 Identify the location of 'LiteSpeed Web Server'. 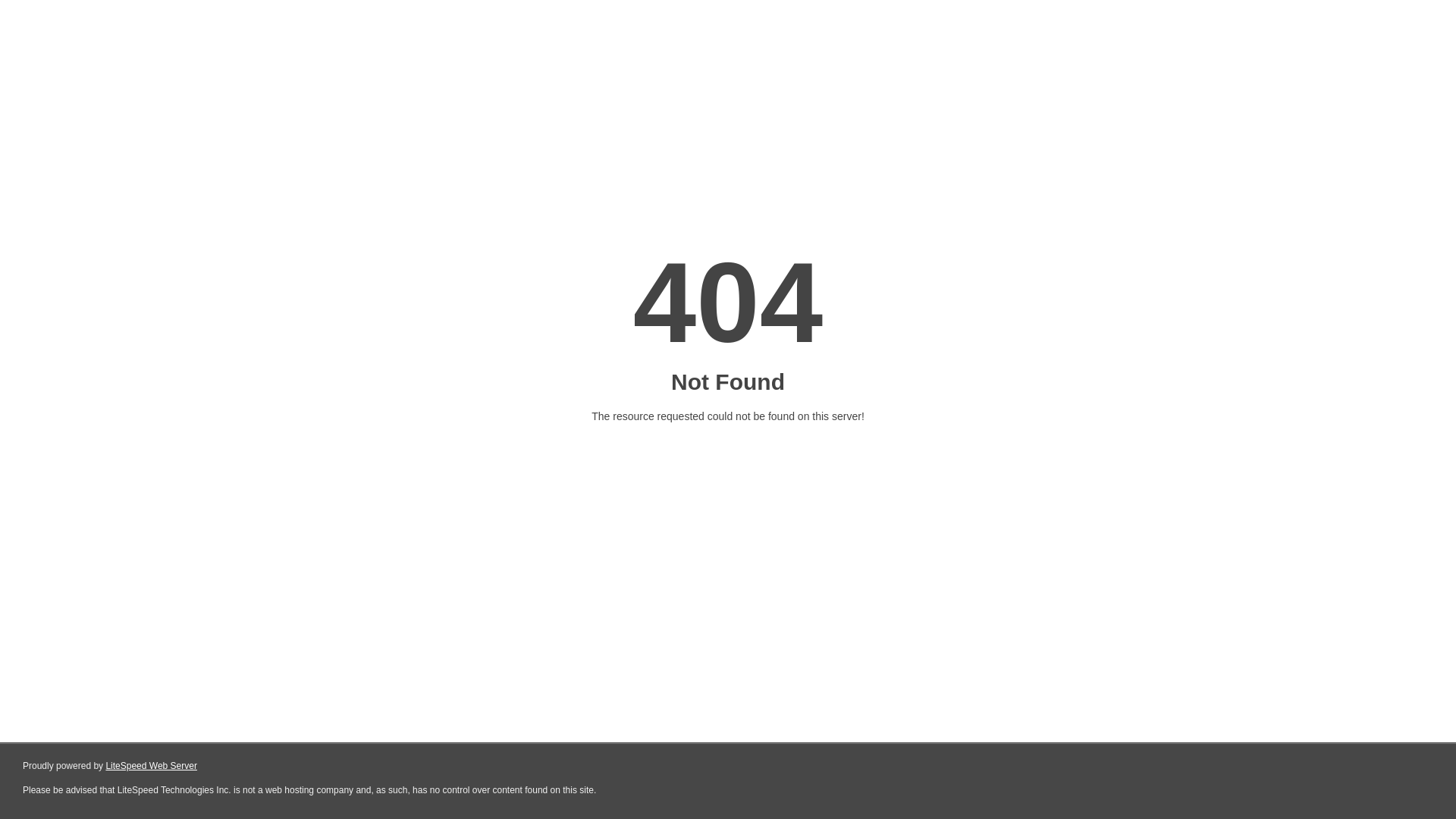
(151, 766).